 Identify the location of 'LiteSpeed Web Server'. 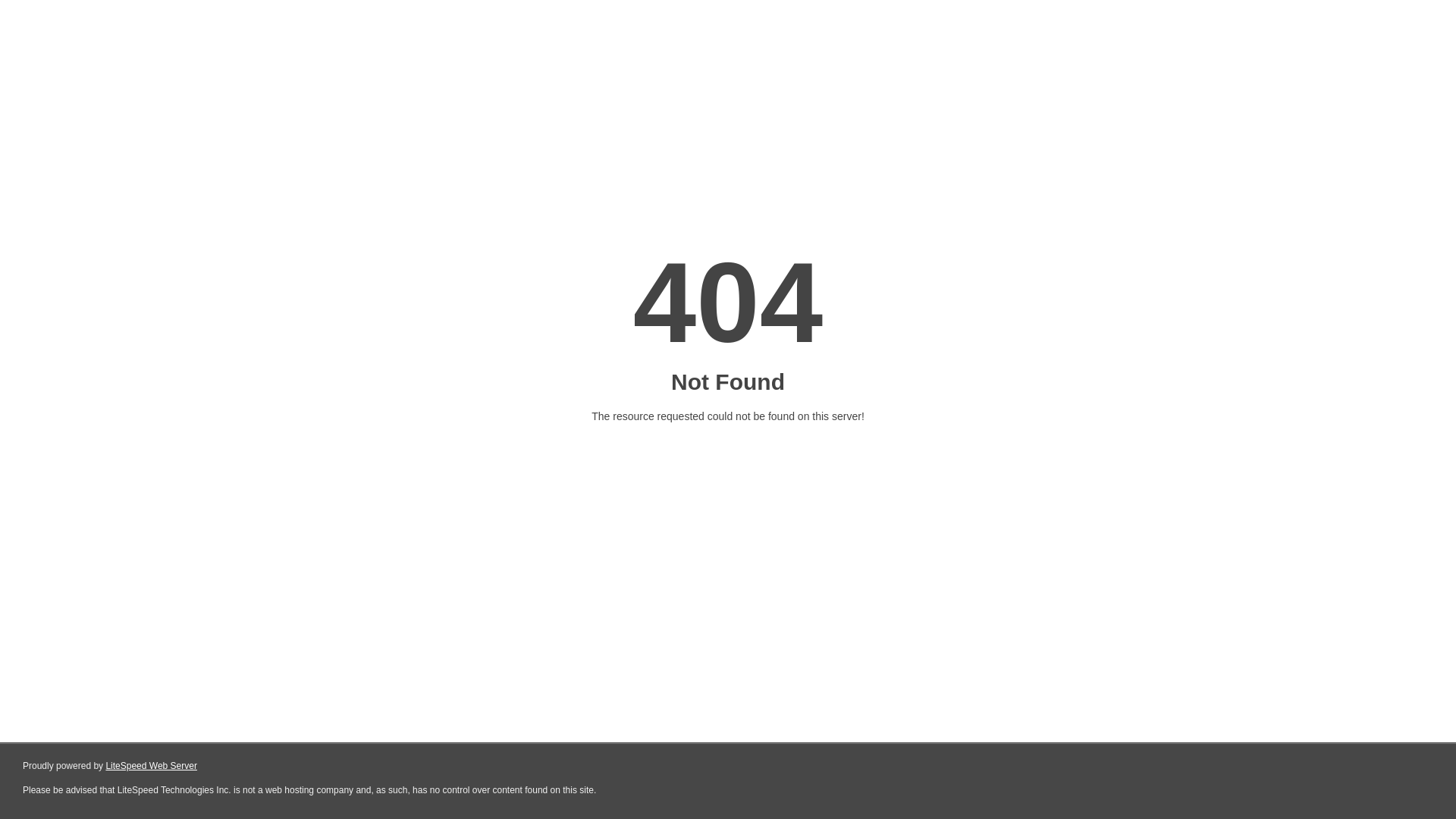
(151, 766).